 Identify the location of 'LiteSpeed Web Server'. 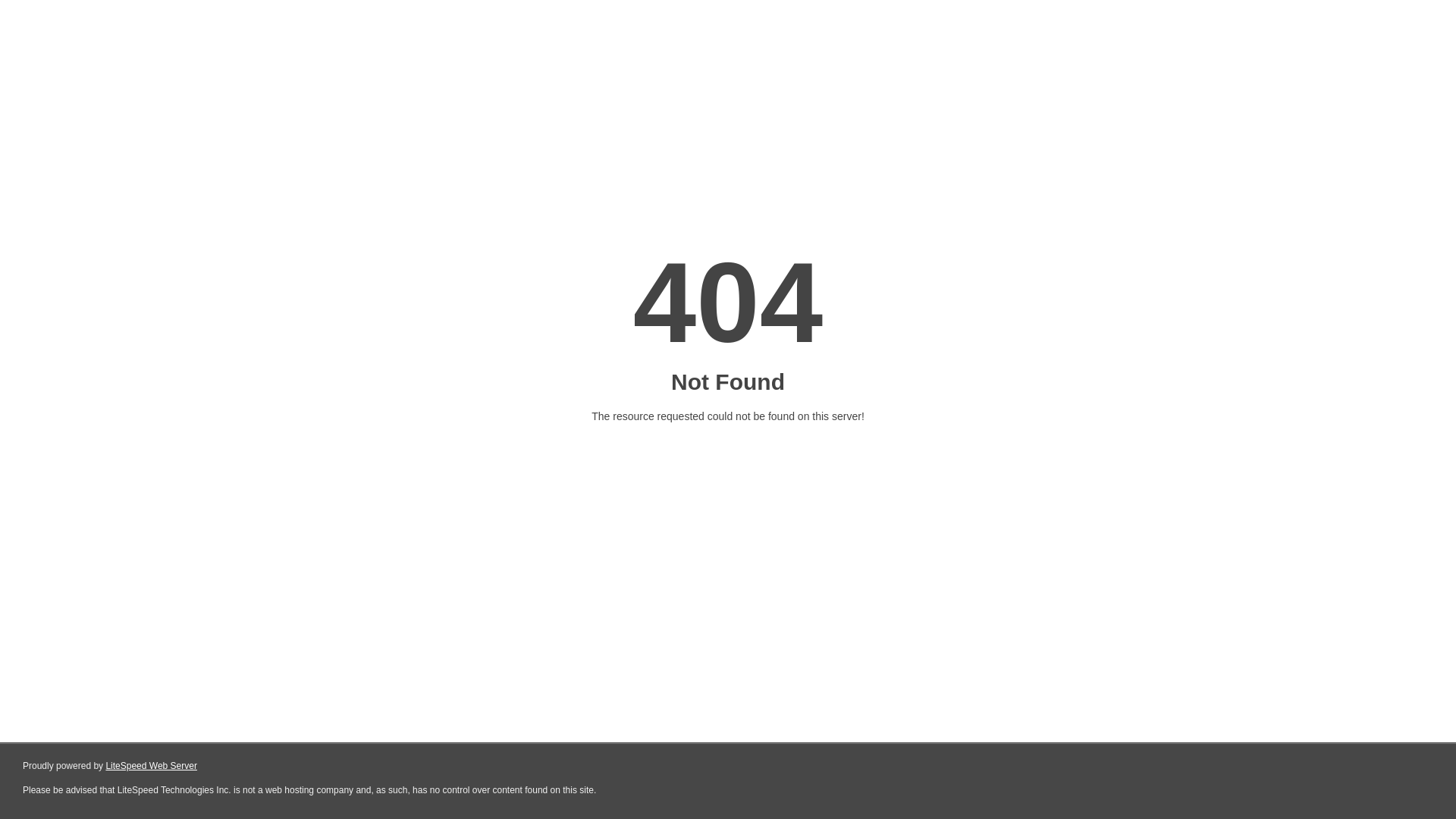
(151, 766).